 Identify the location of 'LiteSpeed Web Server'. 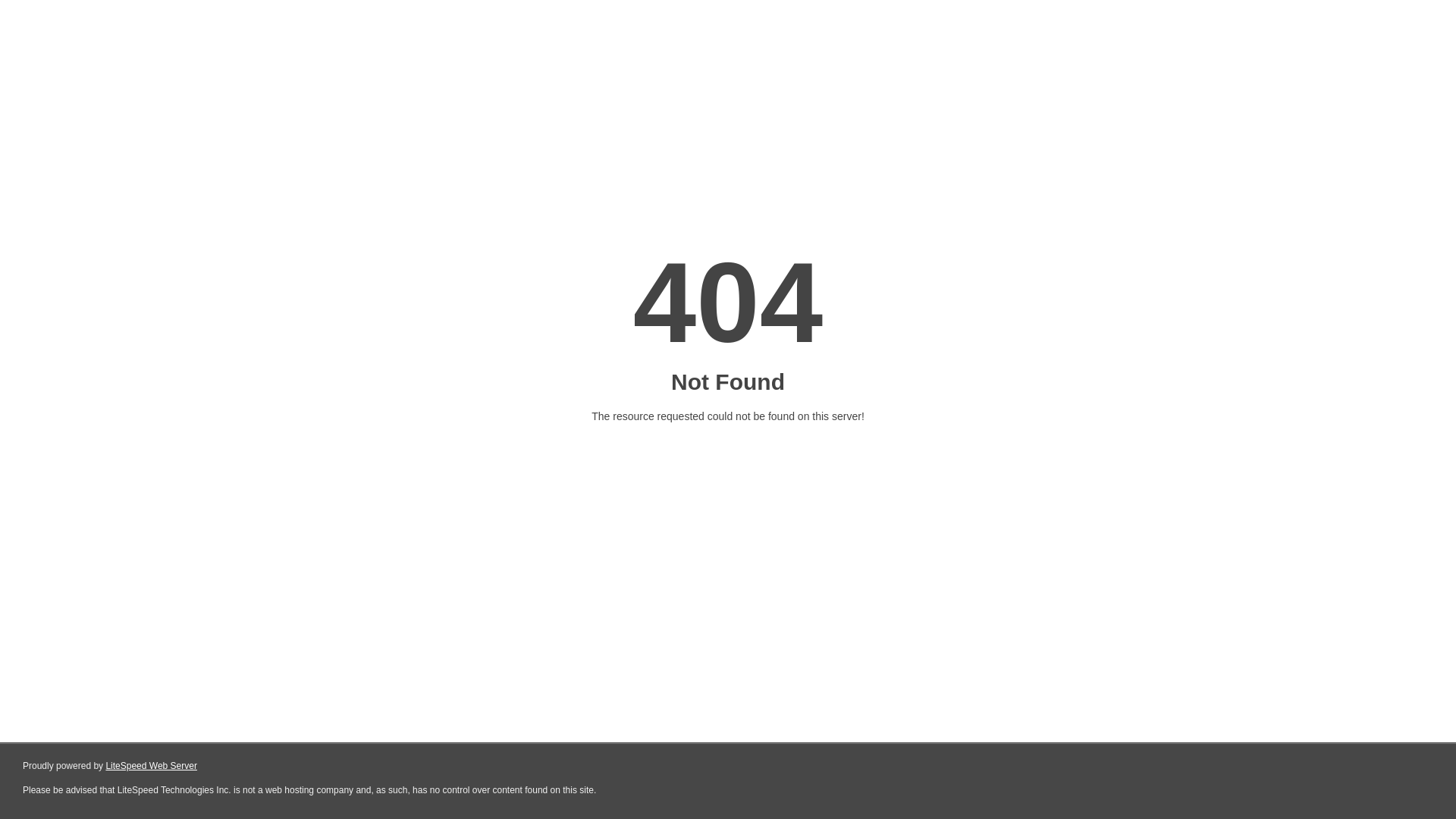
(151, 766).